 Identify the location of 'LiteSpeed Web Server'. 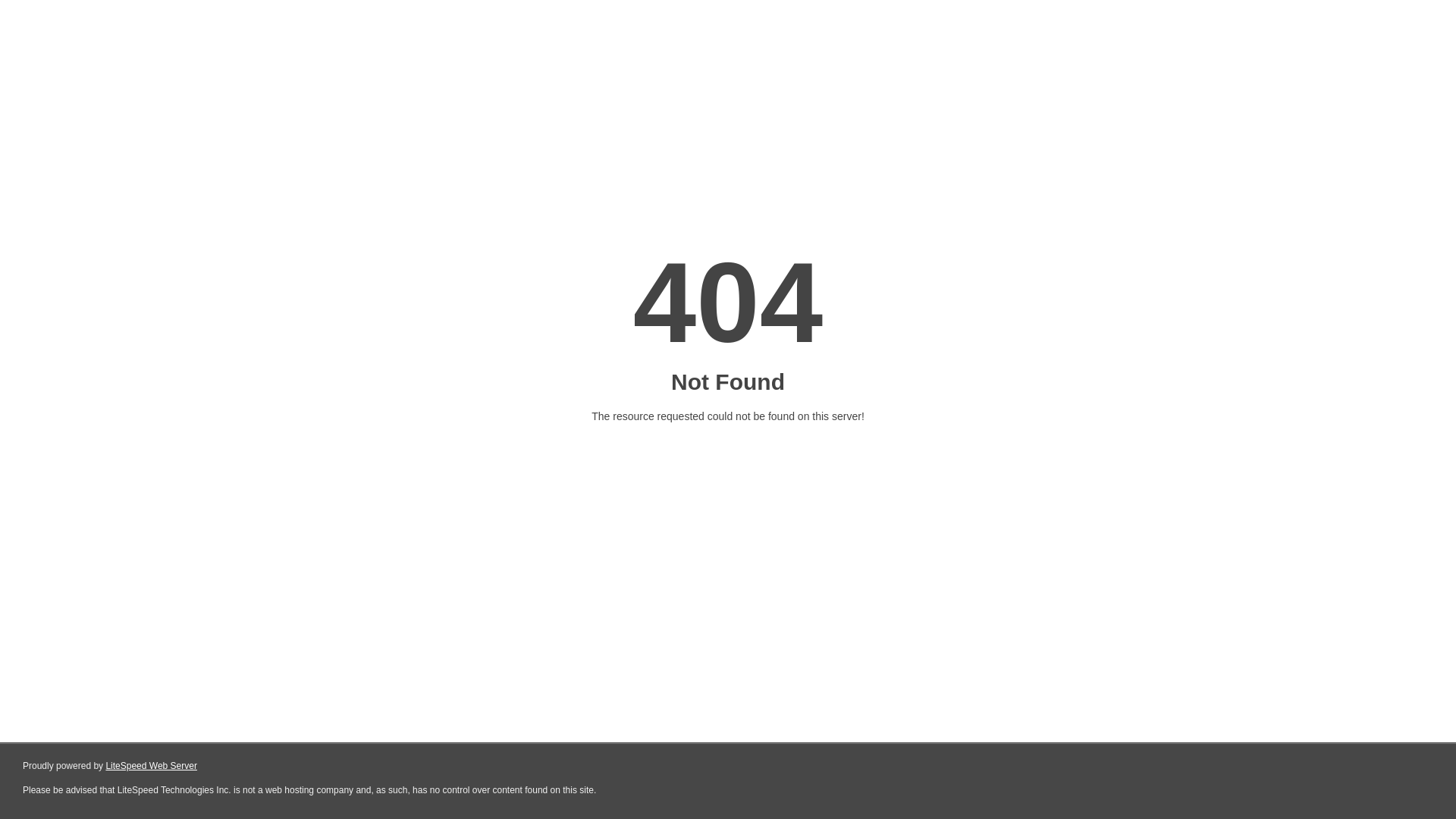
(151, 766).